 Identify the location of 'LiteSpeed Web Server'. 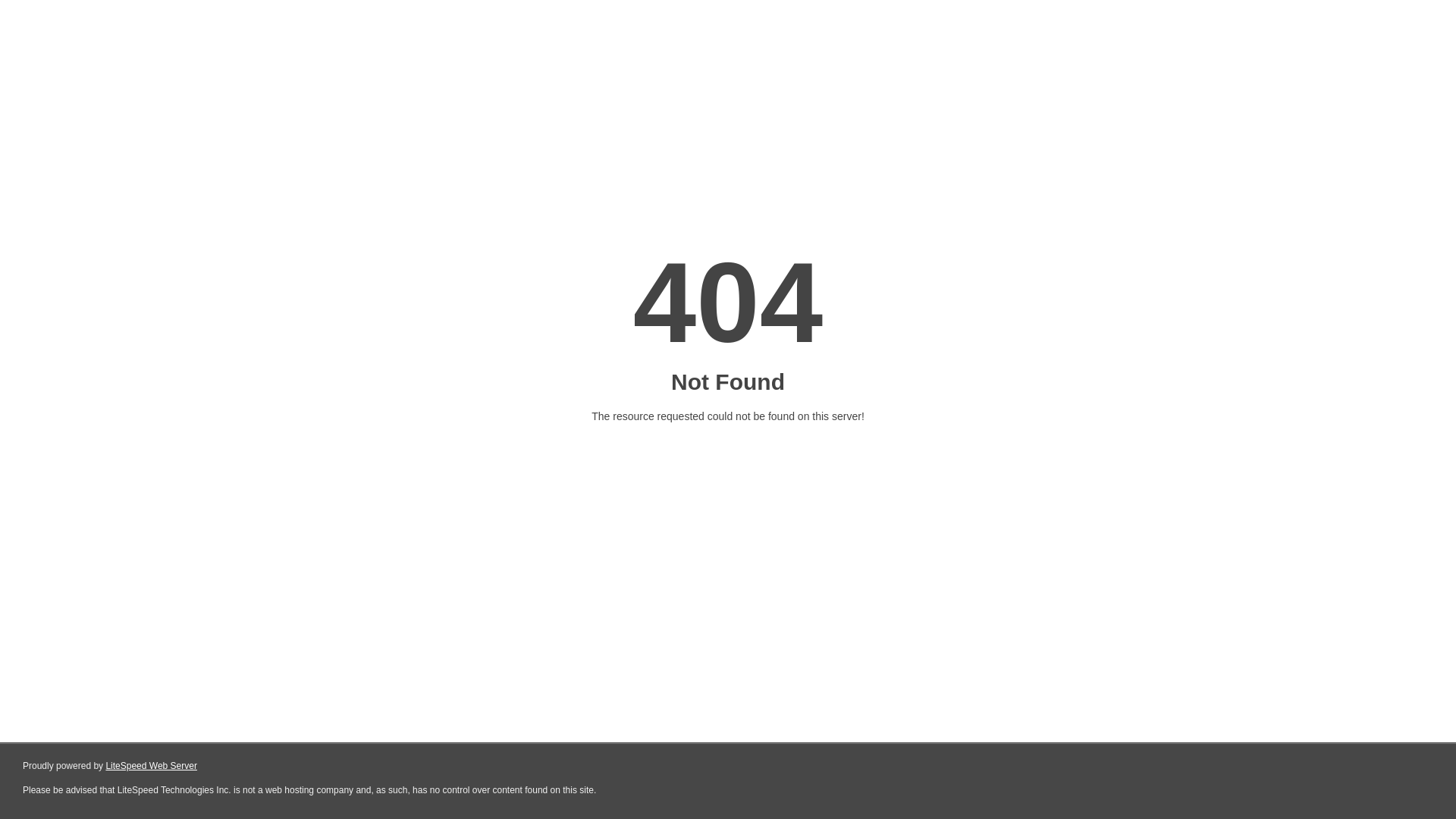
(151, 766).